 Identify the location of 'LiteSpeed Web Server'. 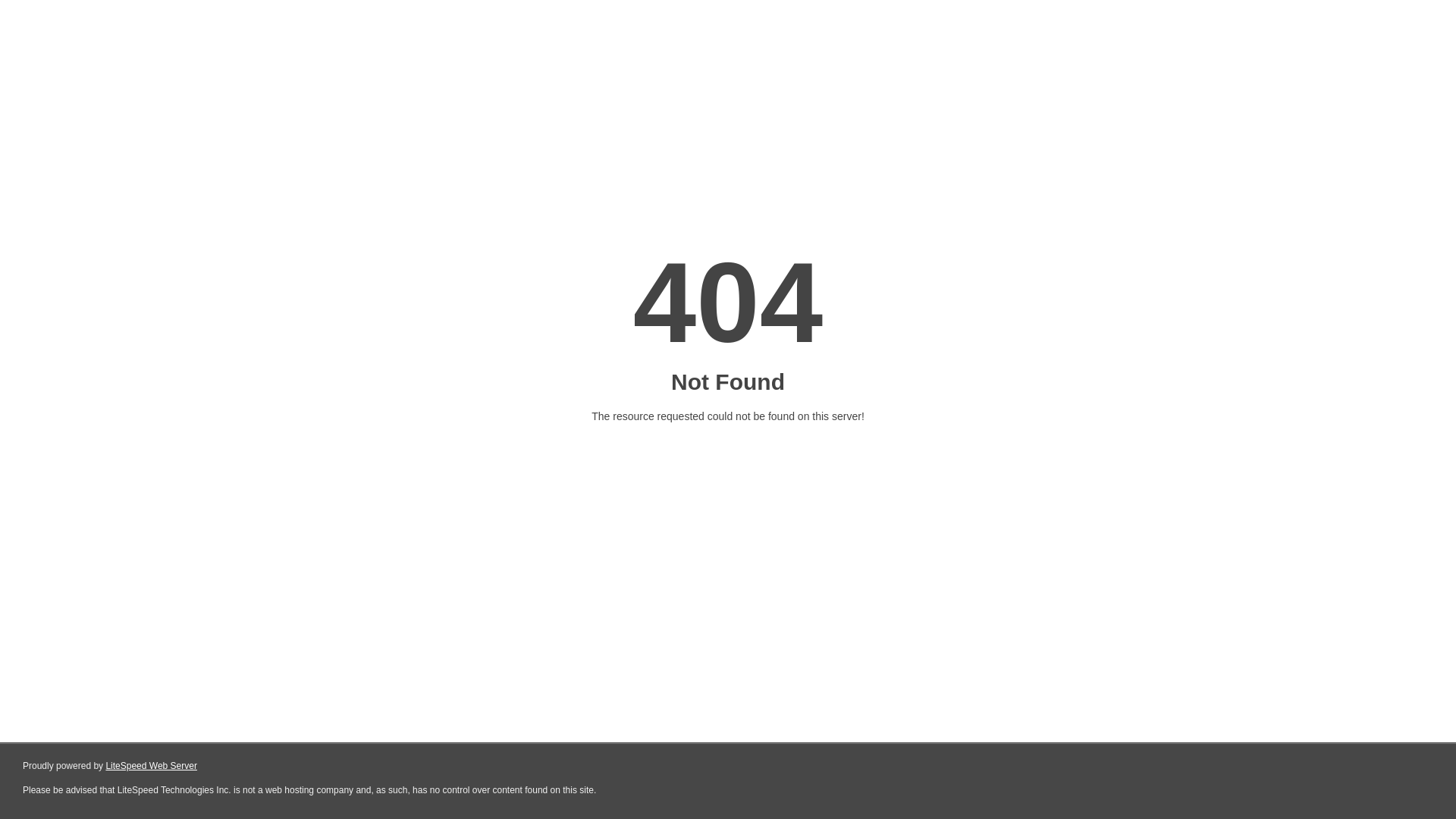
(151, 766).